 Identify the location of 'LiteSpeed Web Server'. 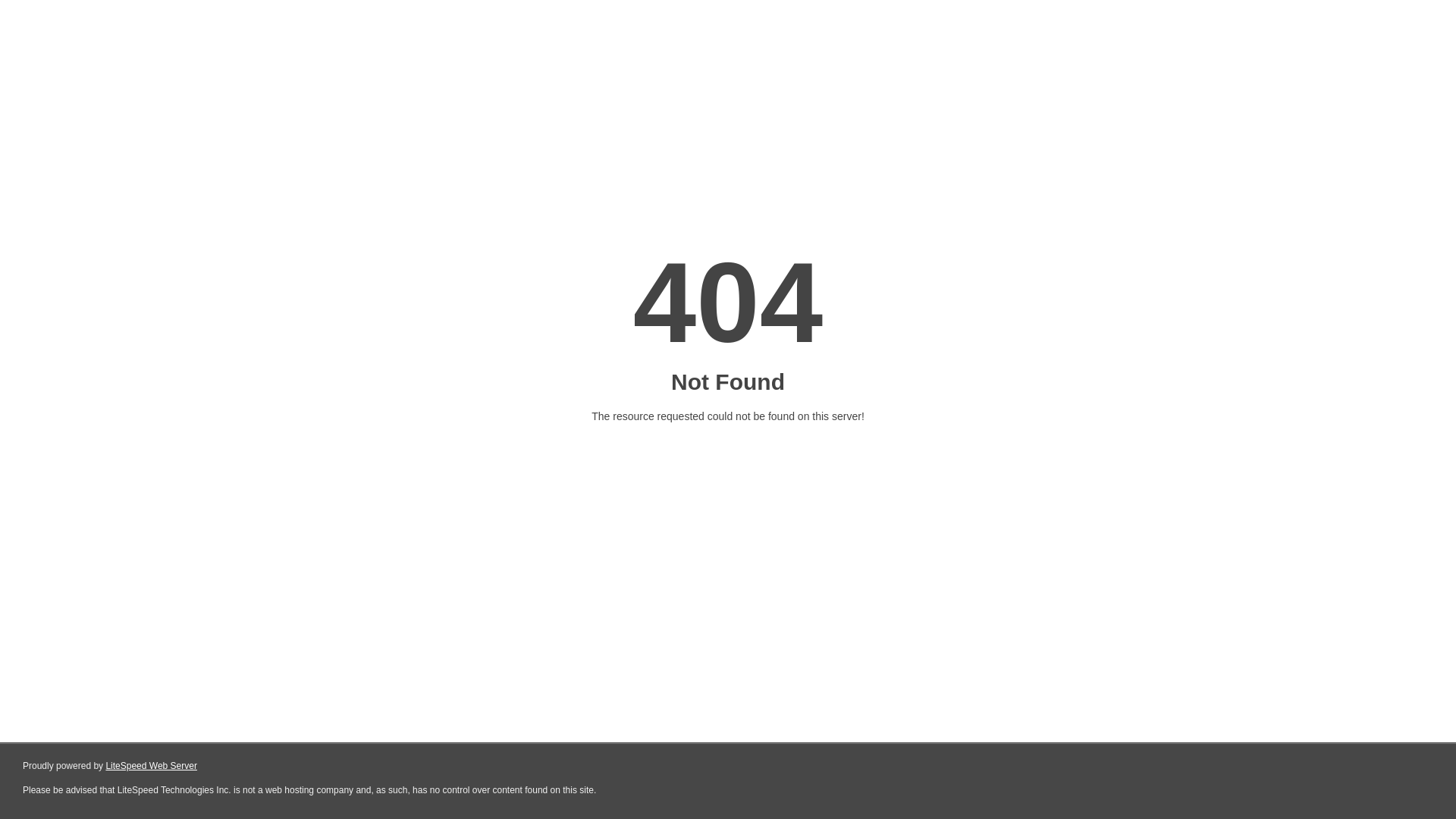
(151, 766).